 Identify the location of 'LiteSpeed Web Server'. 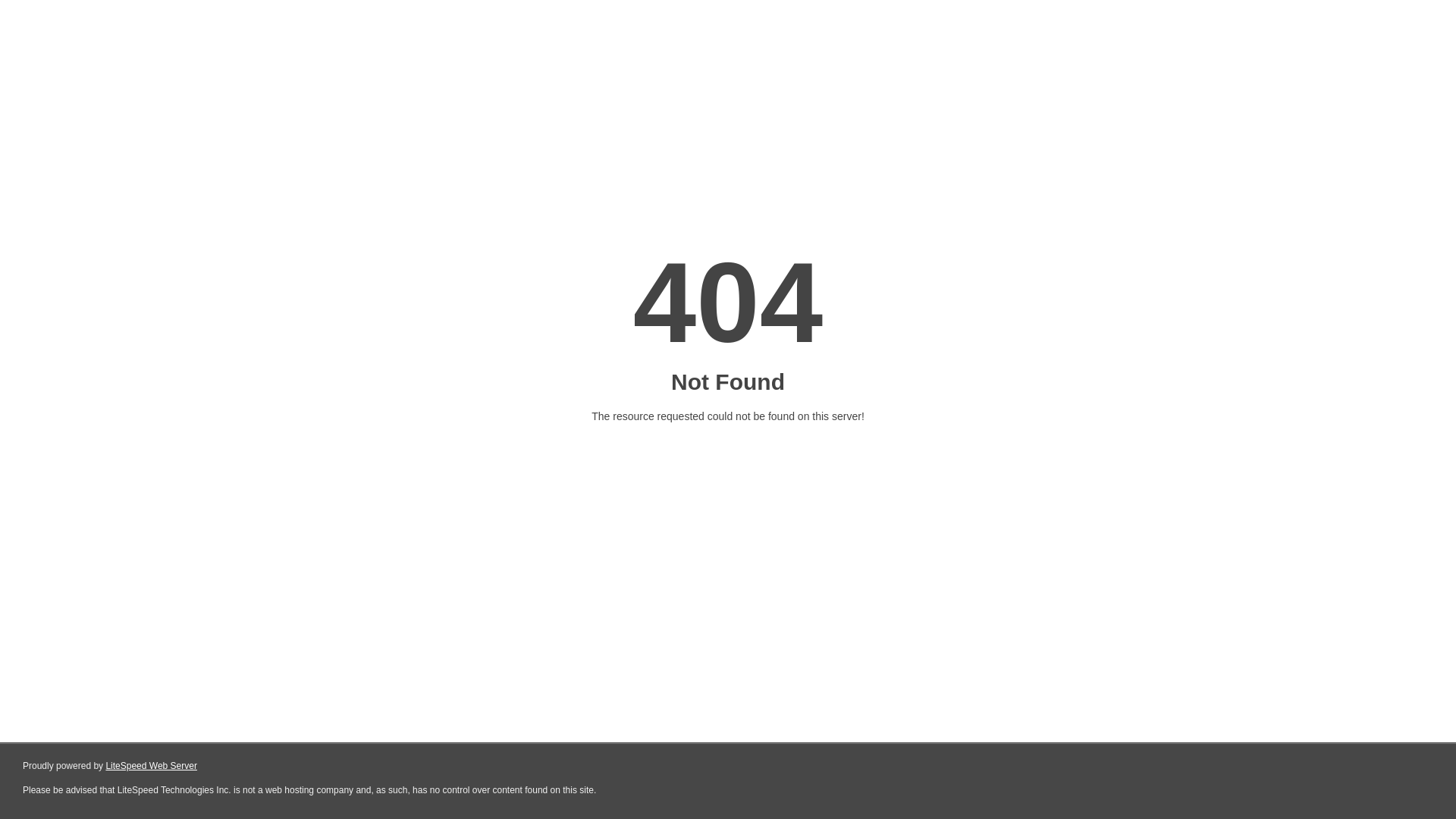
(151, 766).